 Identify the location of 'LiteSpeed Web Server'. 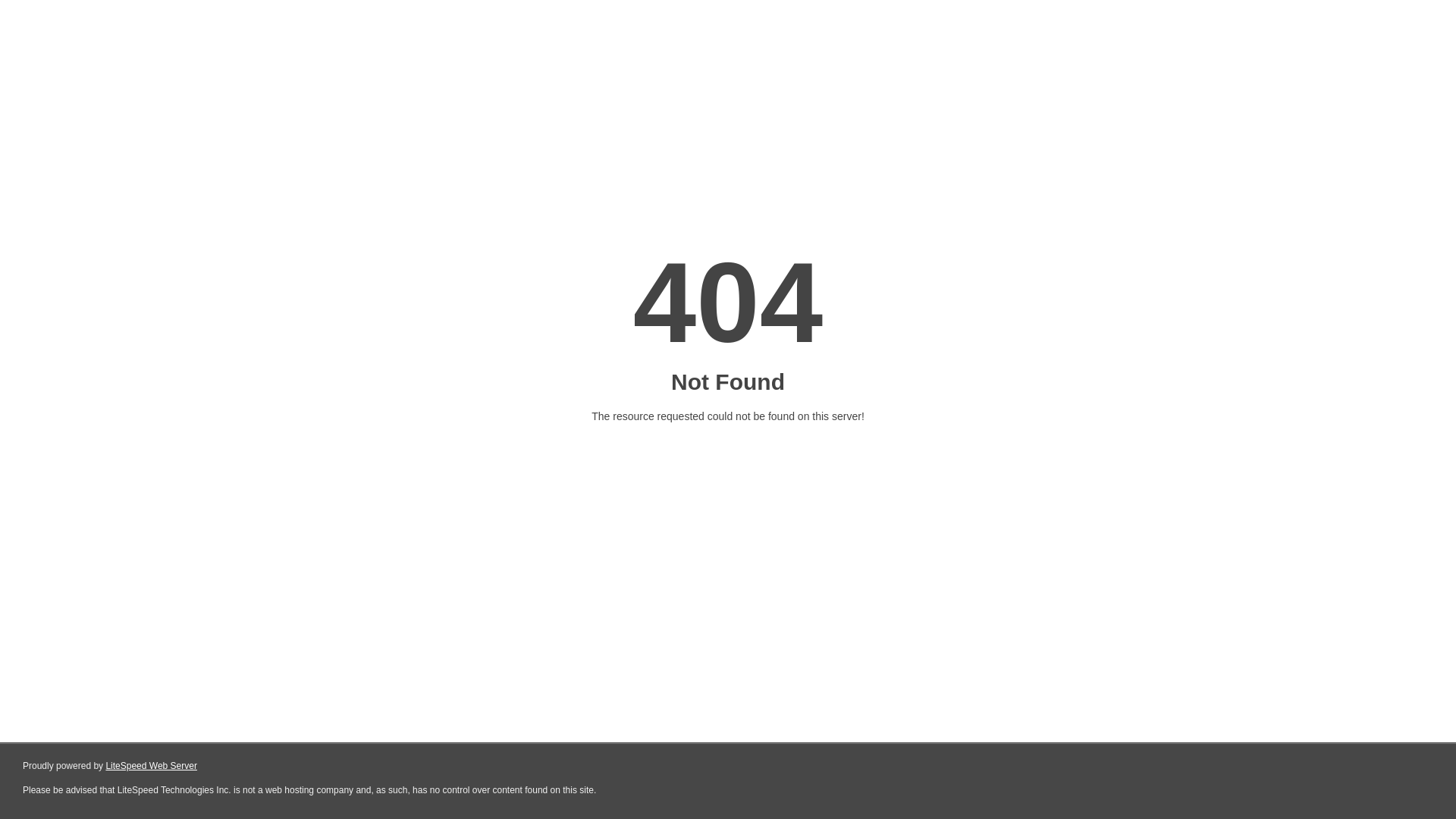
(151, 766).